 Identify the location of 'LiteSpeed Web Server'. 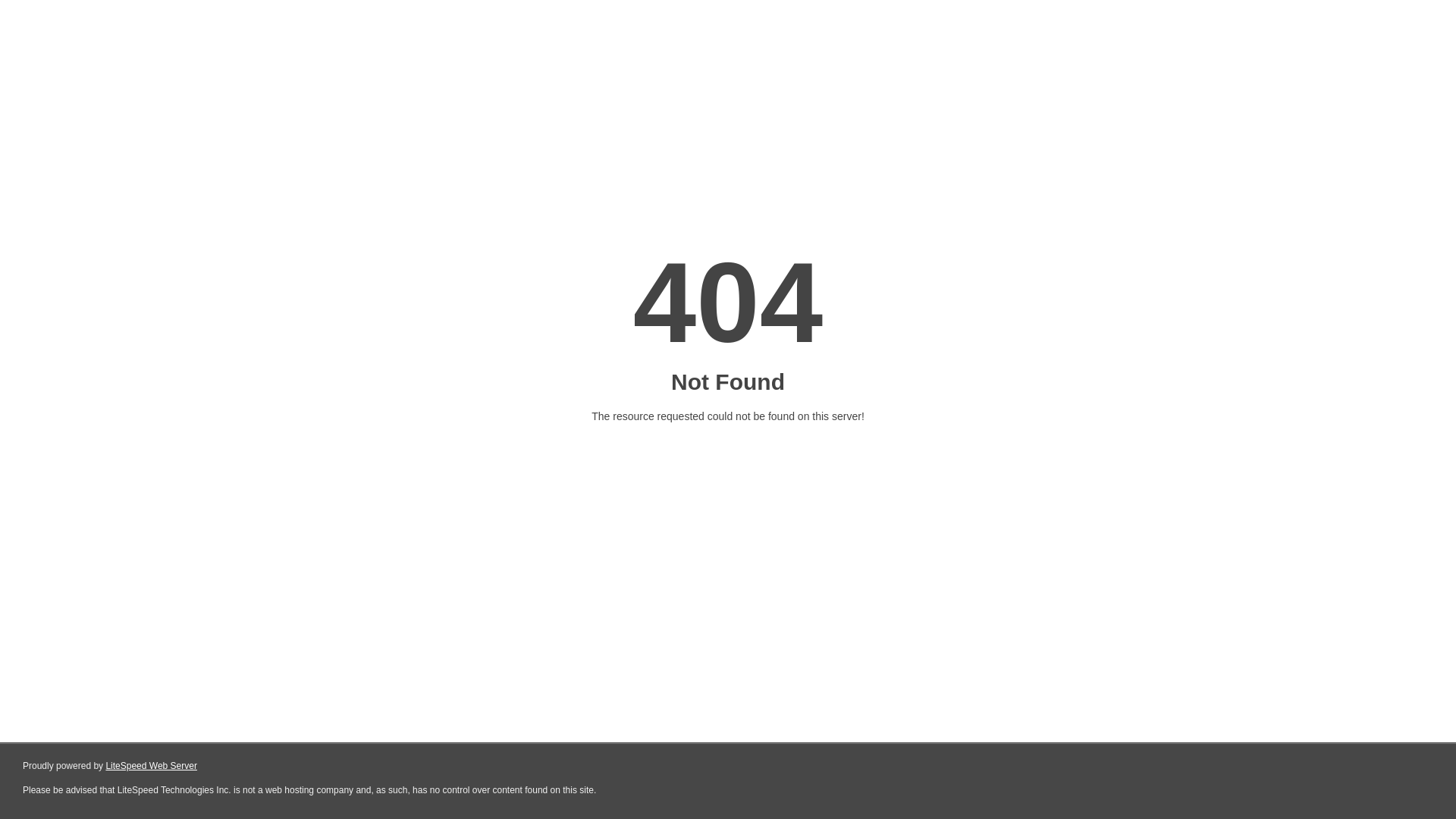
(151, 766).